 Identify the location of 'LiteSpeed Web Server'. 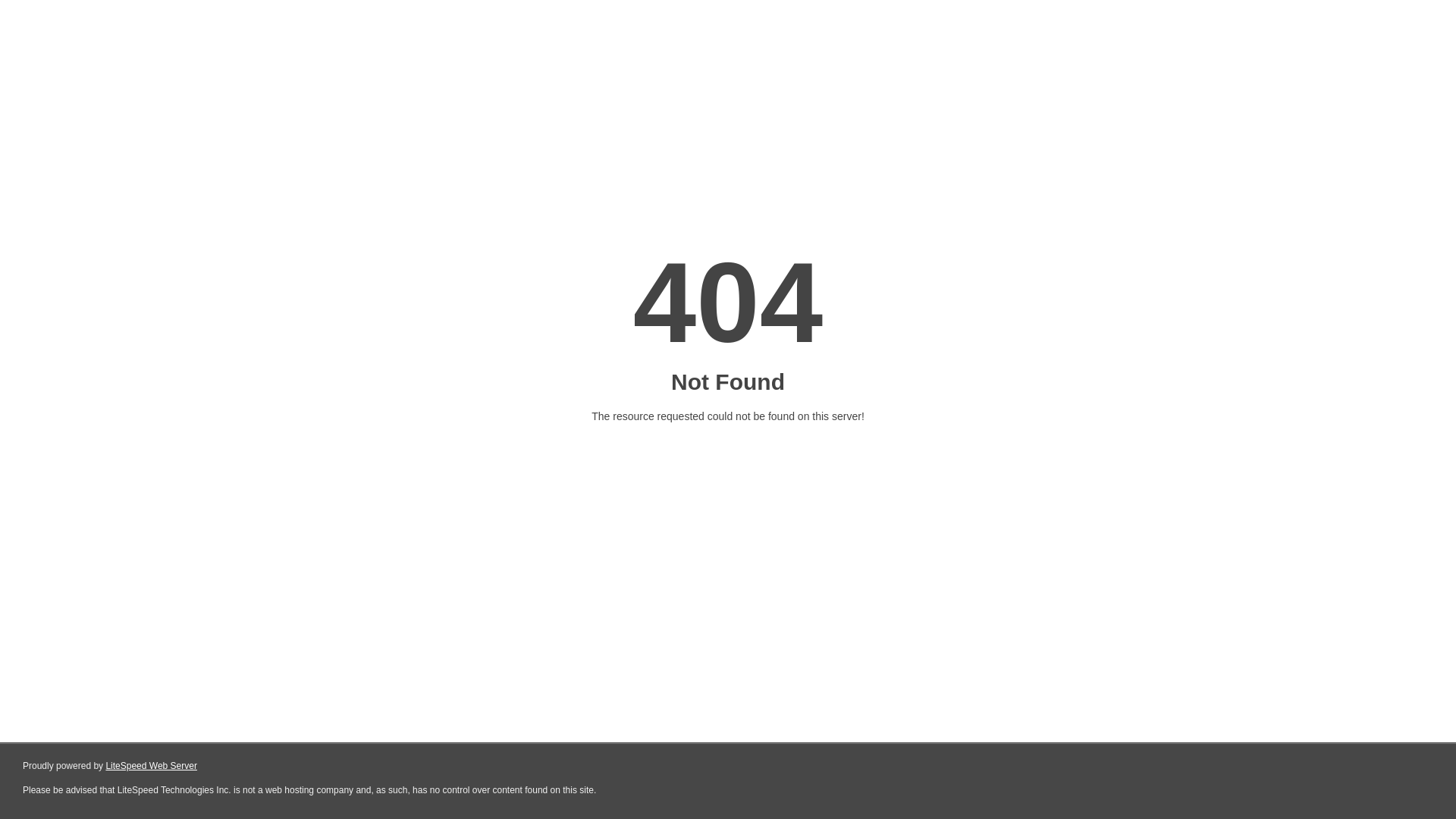
(151, 766).